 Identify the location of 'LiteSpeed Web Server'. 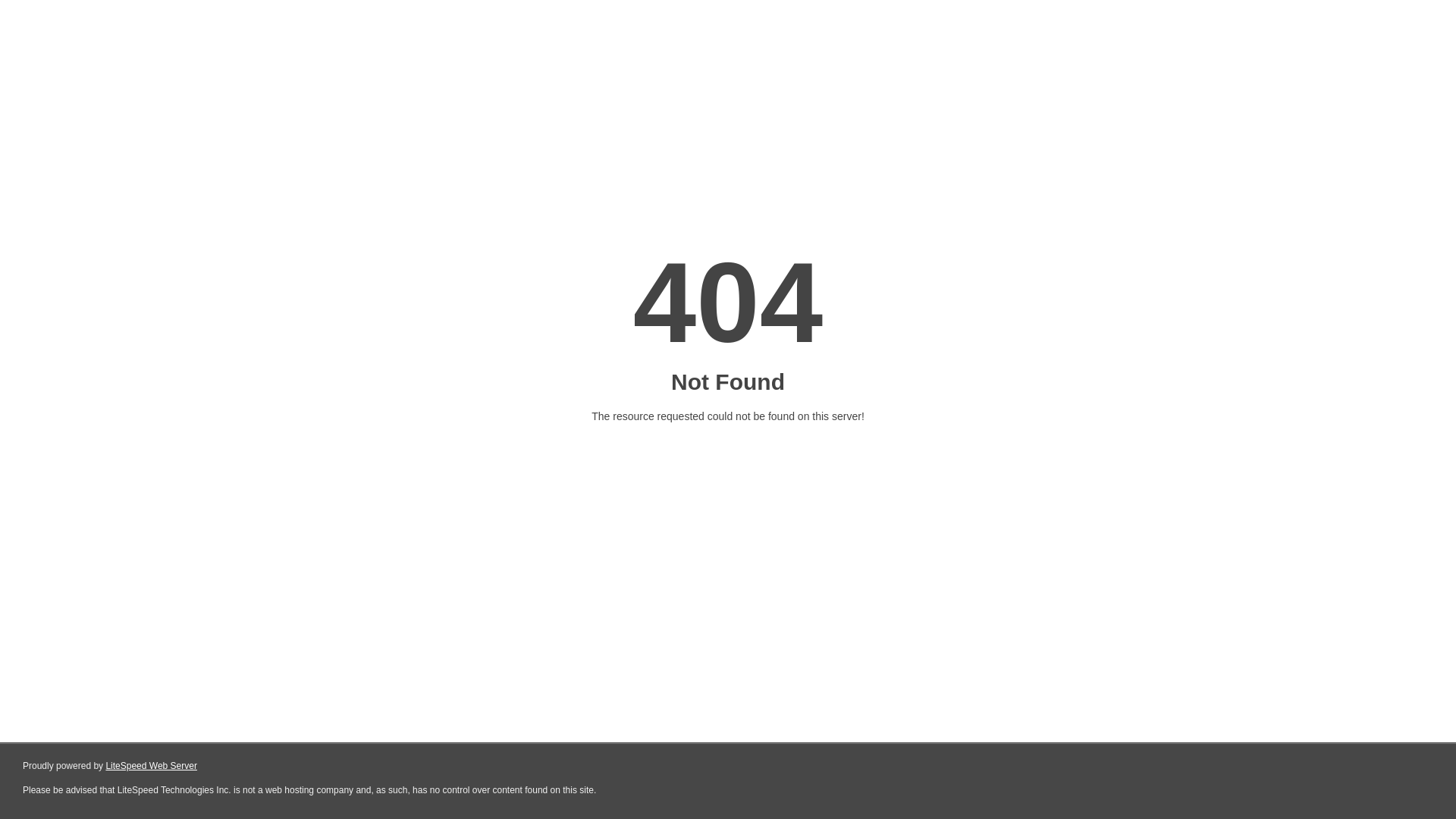
(151, 766).